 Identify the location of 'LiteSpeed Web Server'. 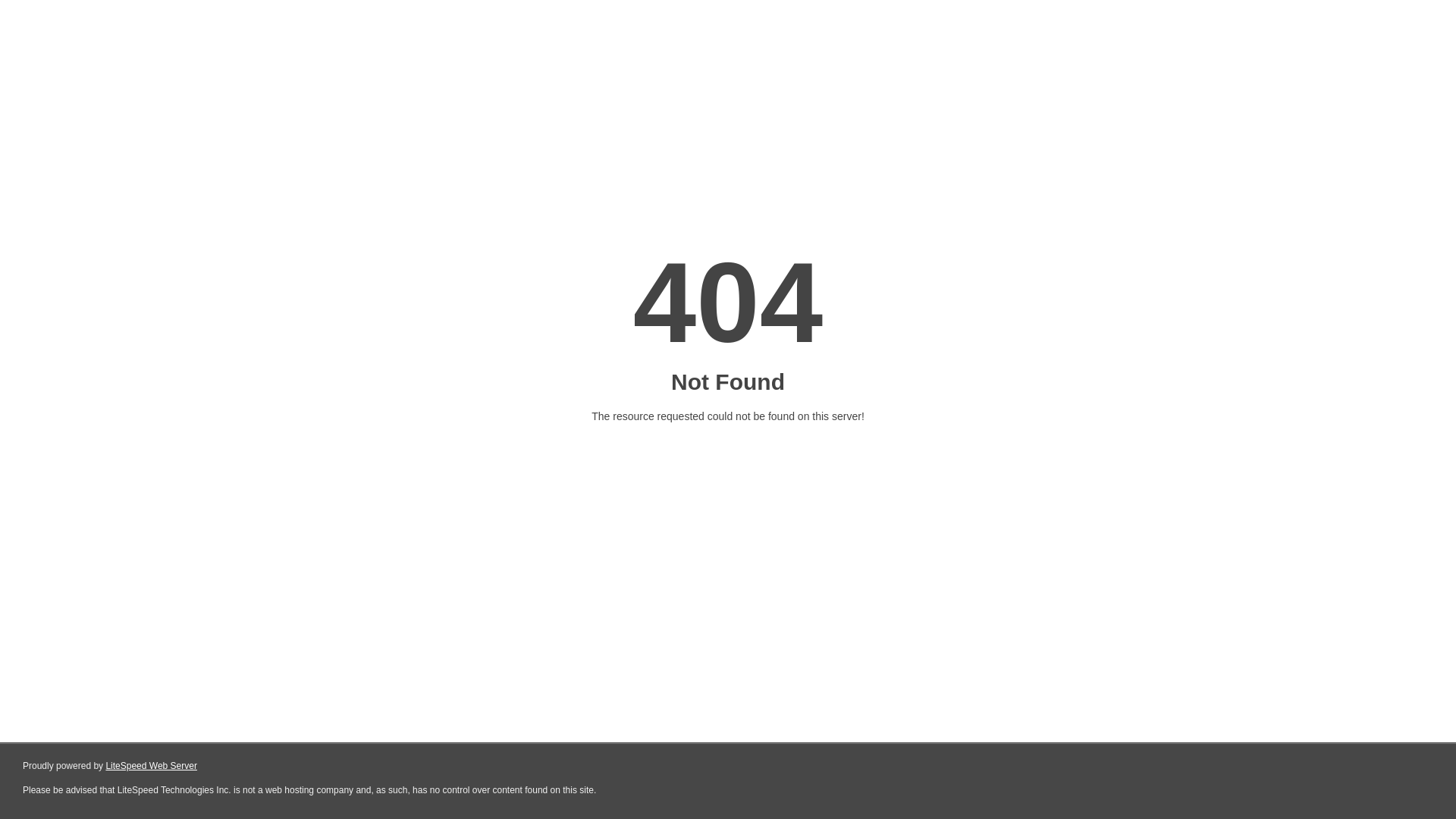
(151, 766).